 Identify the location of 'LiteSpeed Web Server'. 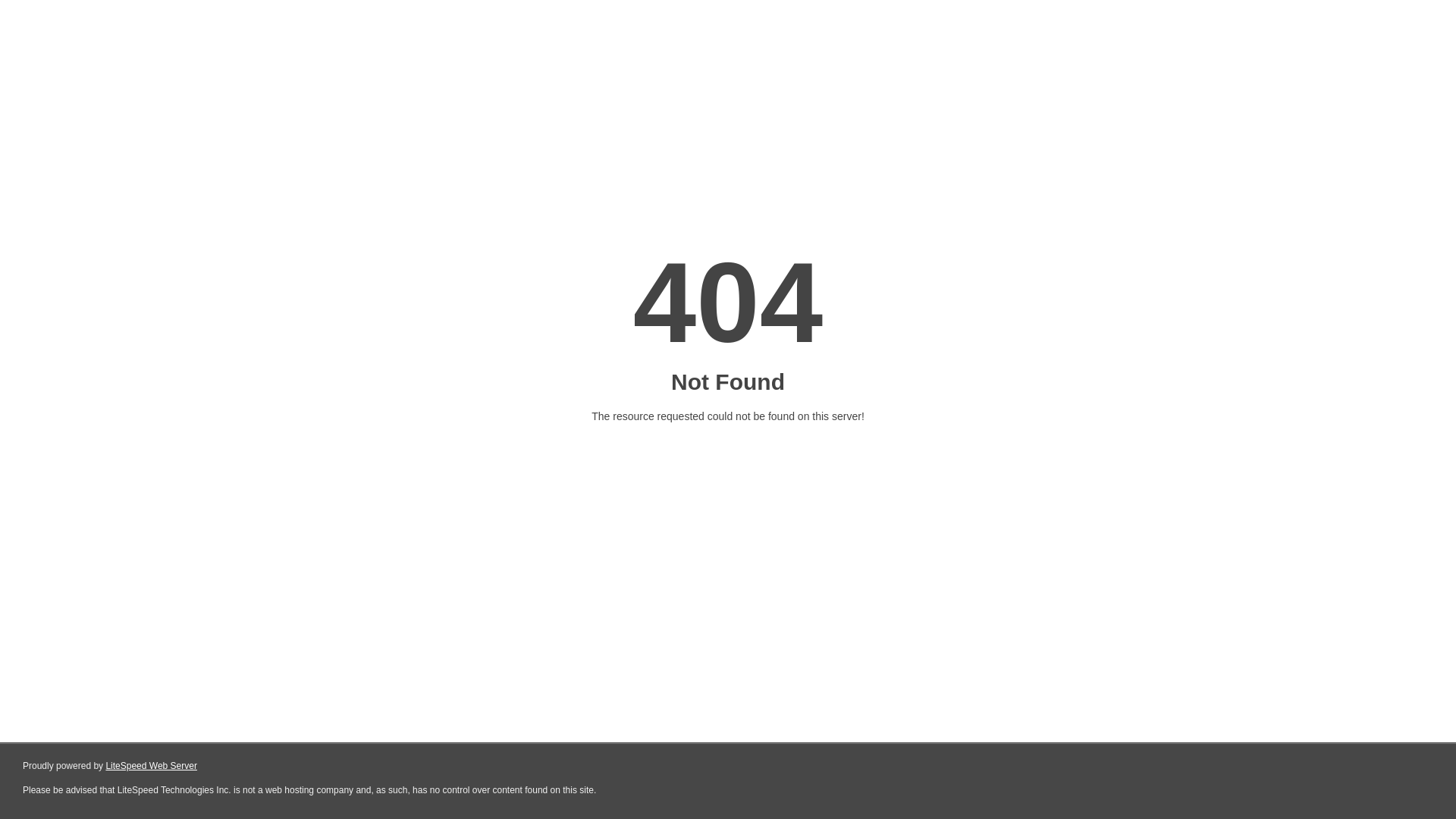
(151, 766).